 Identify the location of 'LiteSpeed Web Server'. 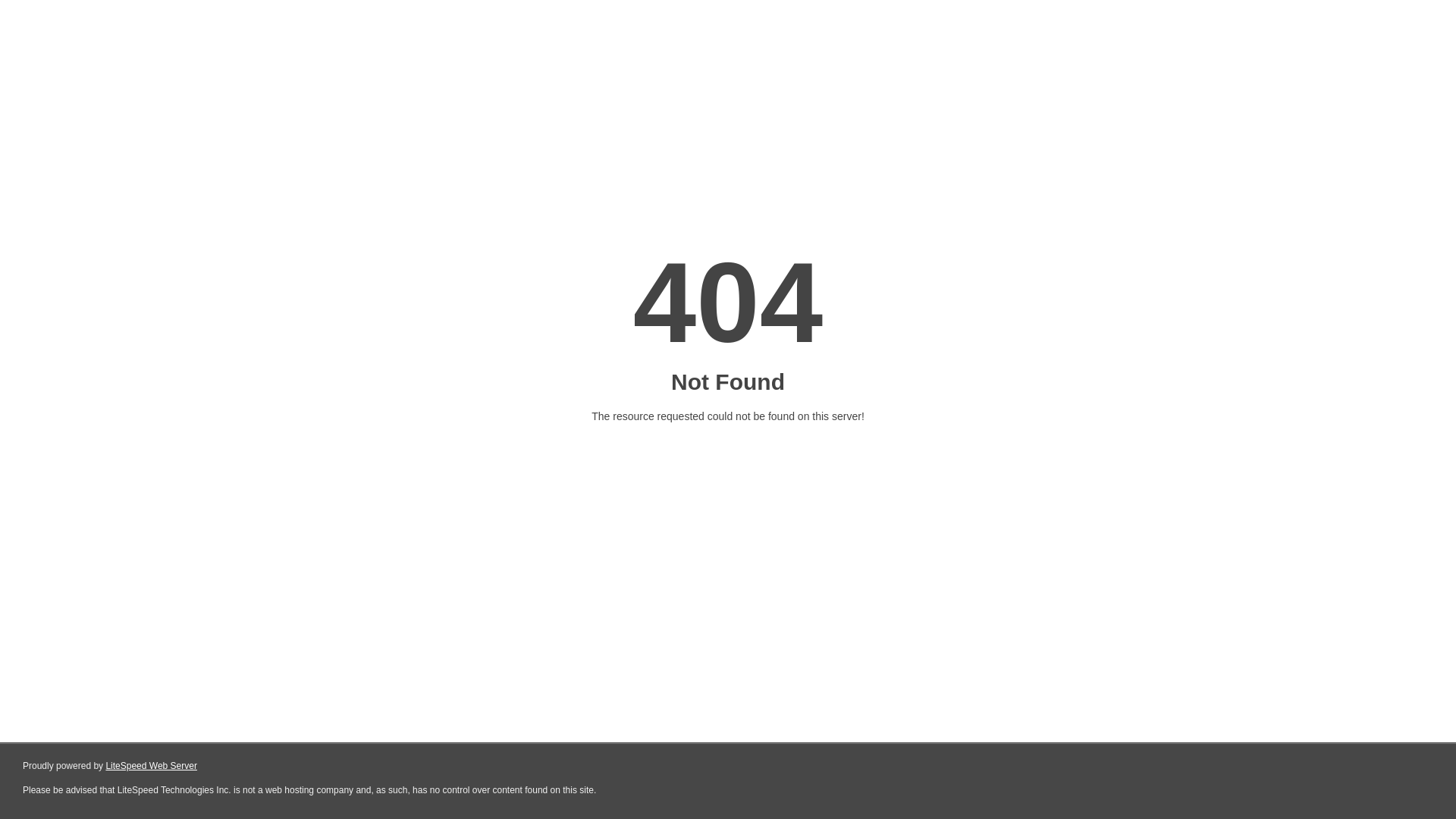
(151, 766).